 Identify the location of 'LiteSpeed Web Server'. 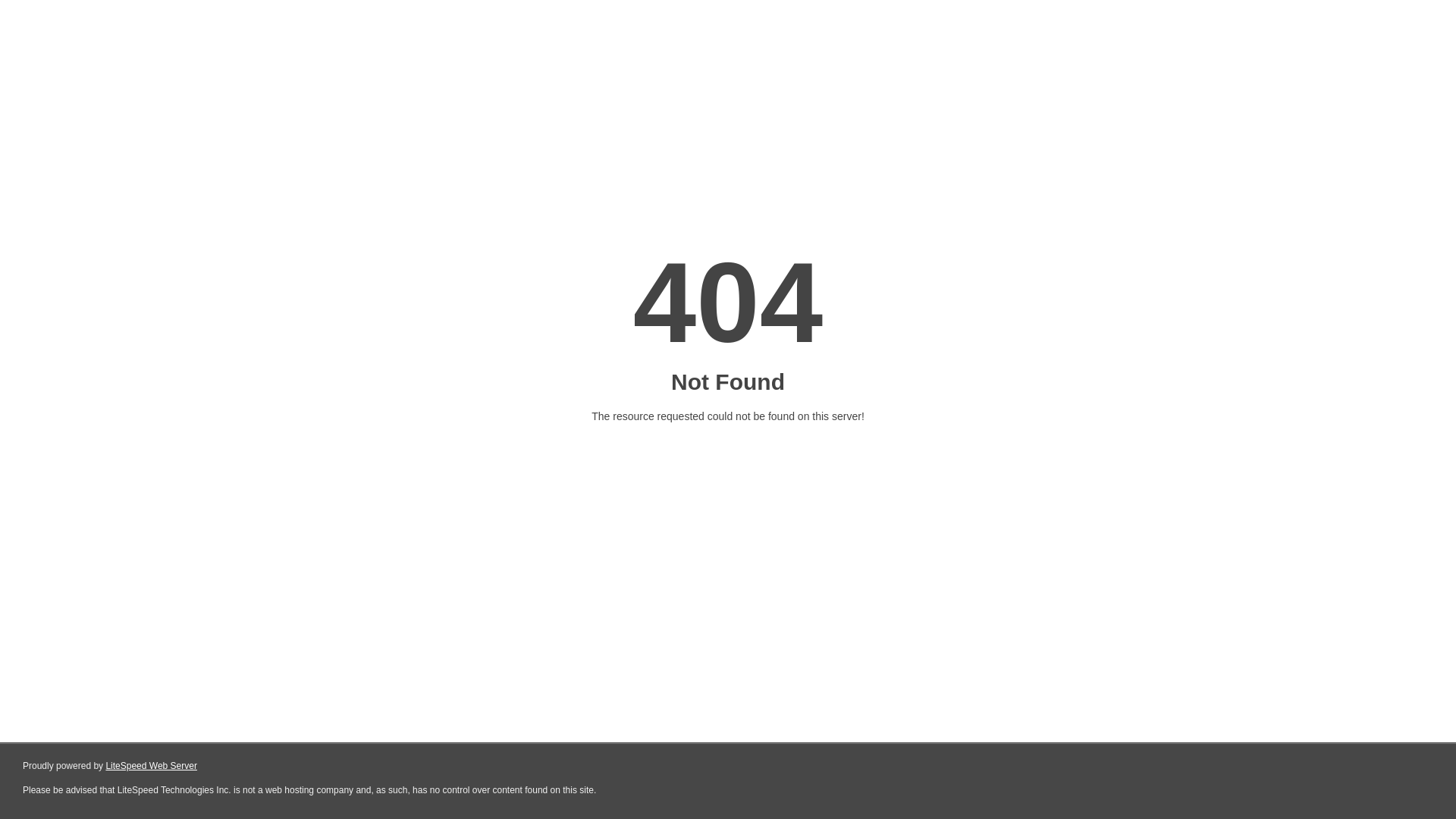
(151, 766).